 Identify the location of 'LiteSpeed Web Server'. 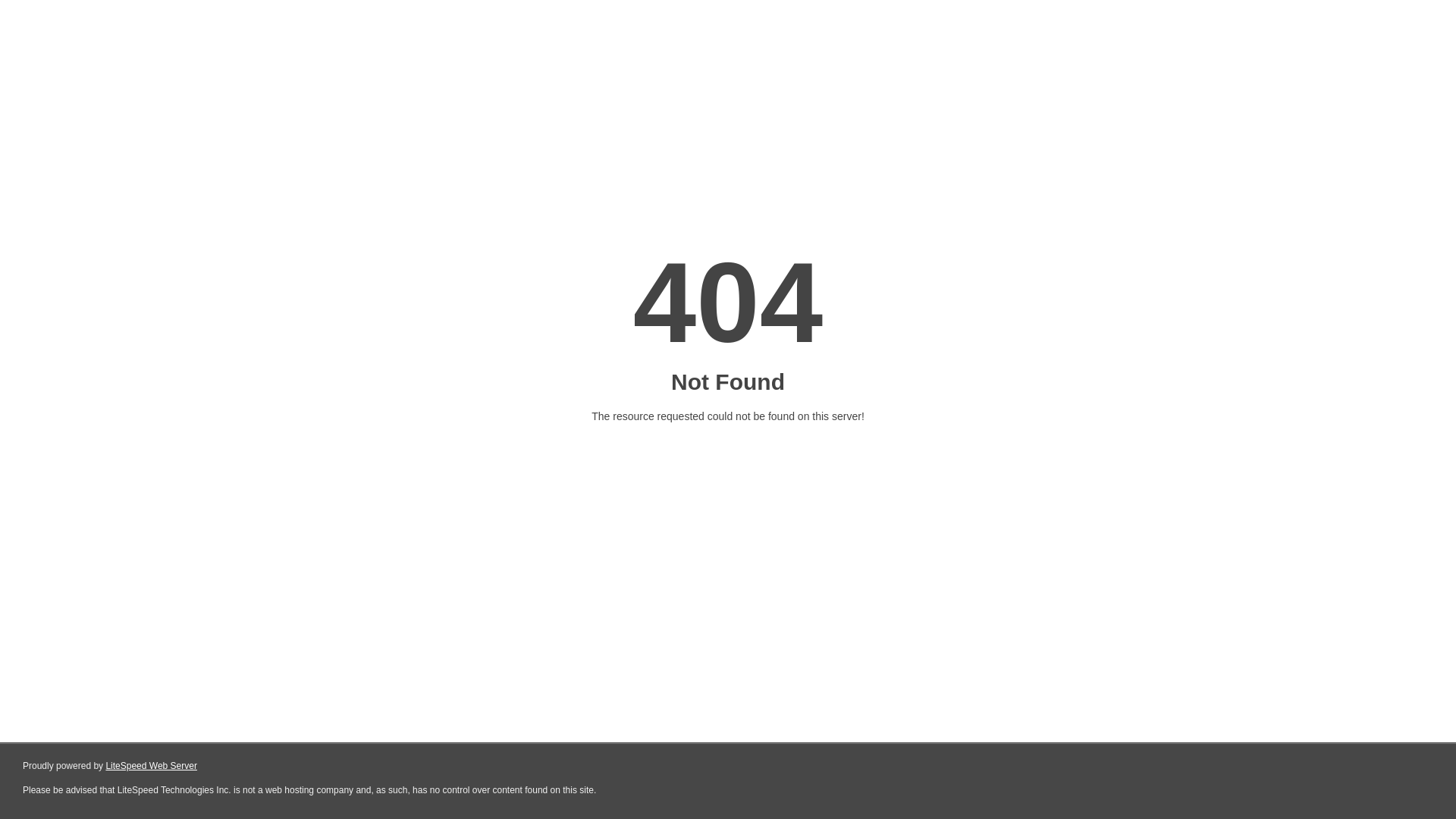
(151, 766).